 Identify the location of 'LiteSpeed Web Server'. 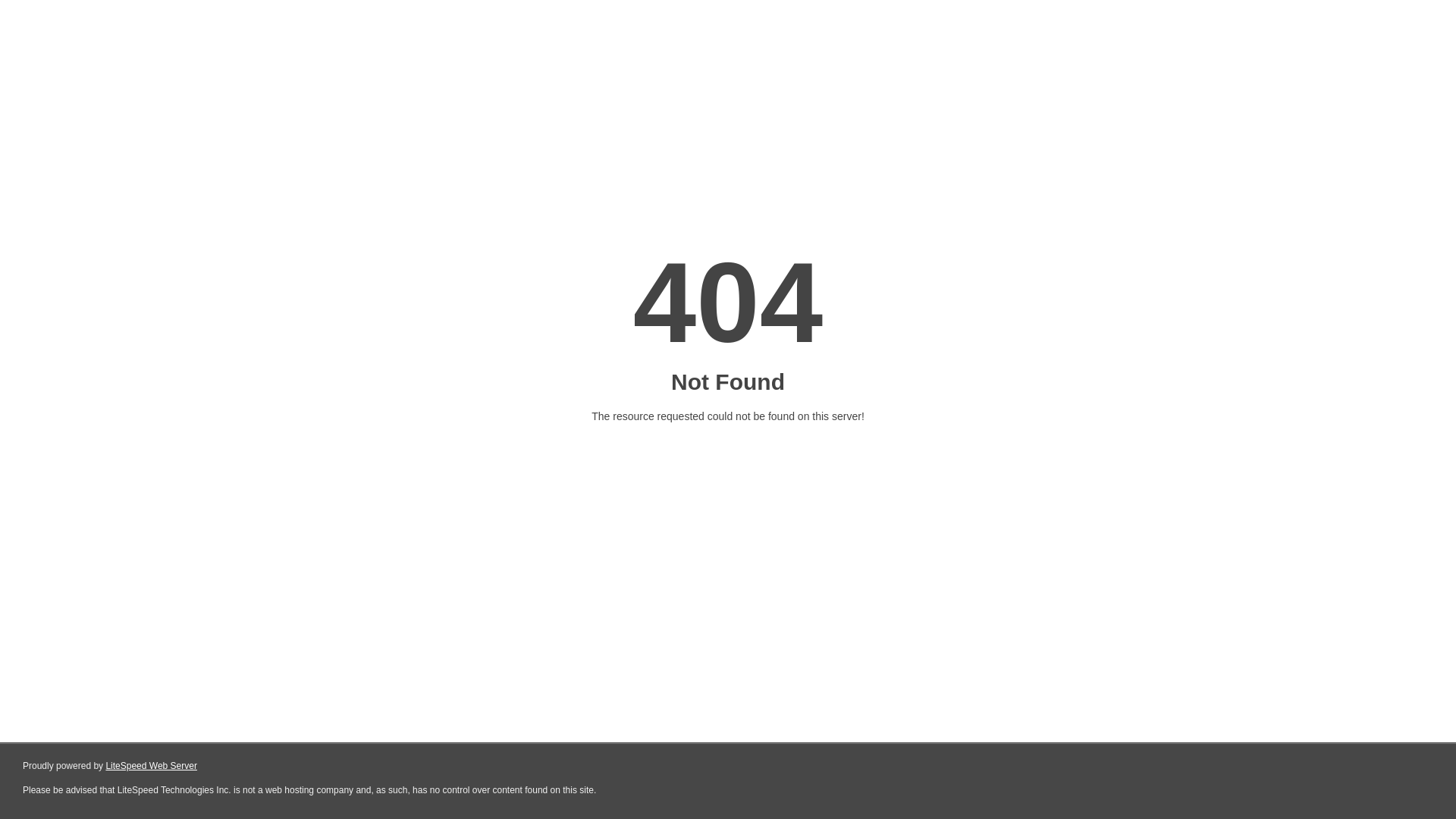
(151, 766).